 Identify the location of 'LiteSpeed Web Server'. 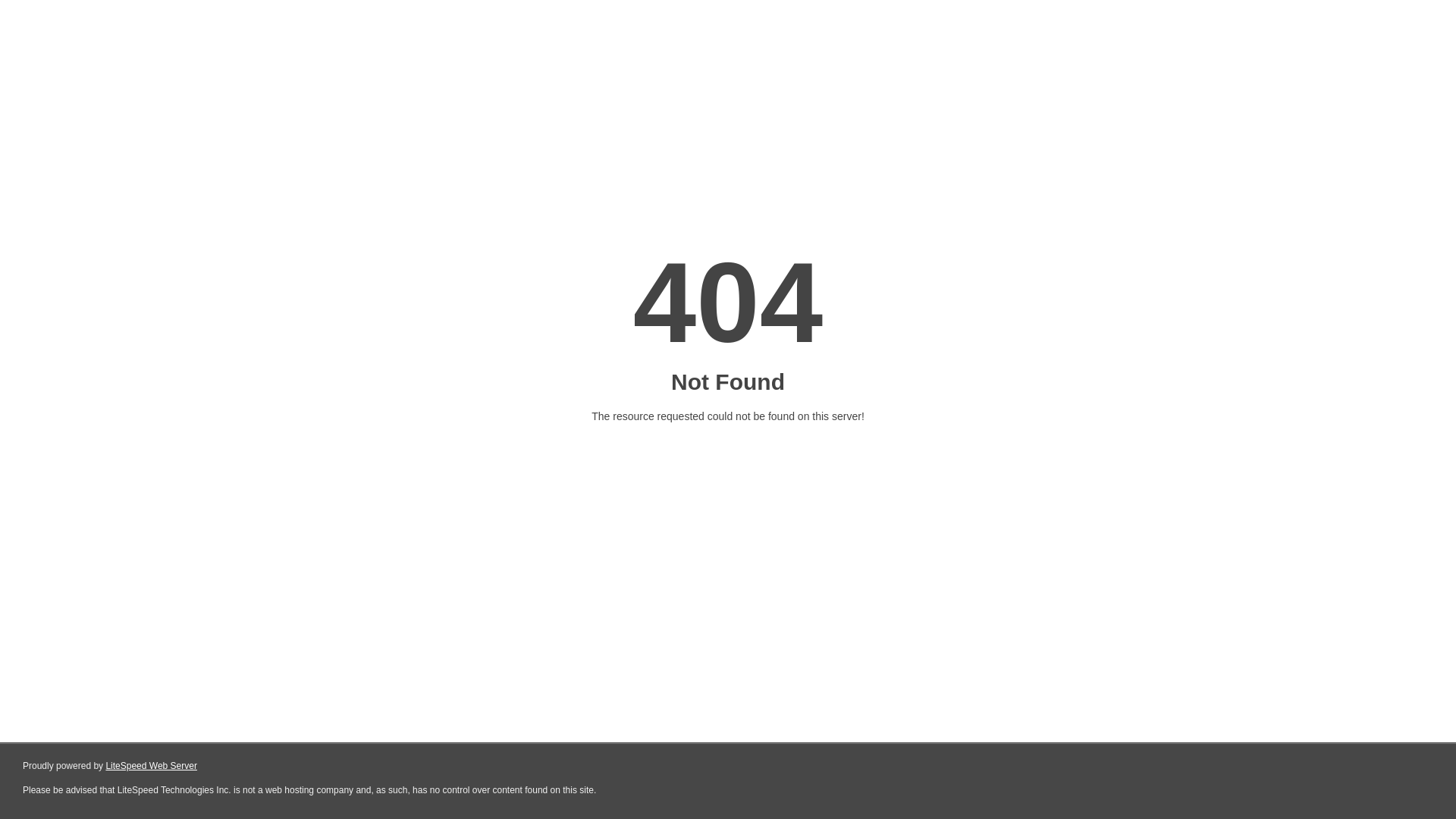
(151, 766).